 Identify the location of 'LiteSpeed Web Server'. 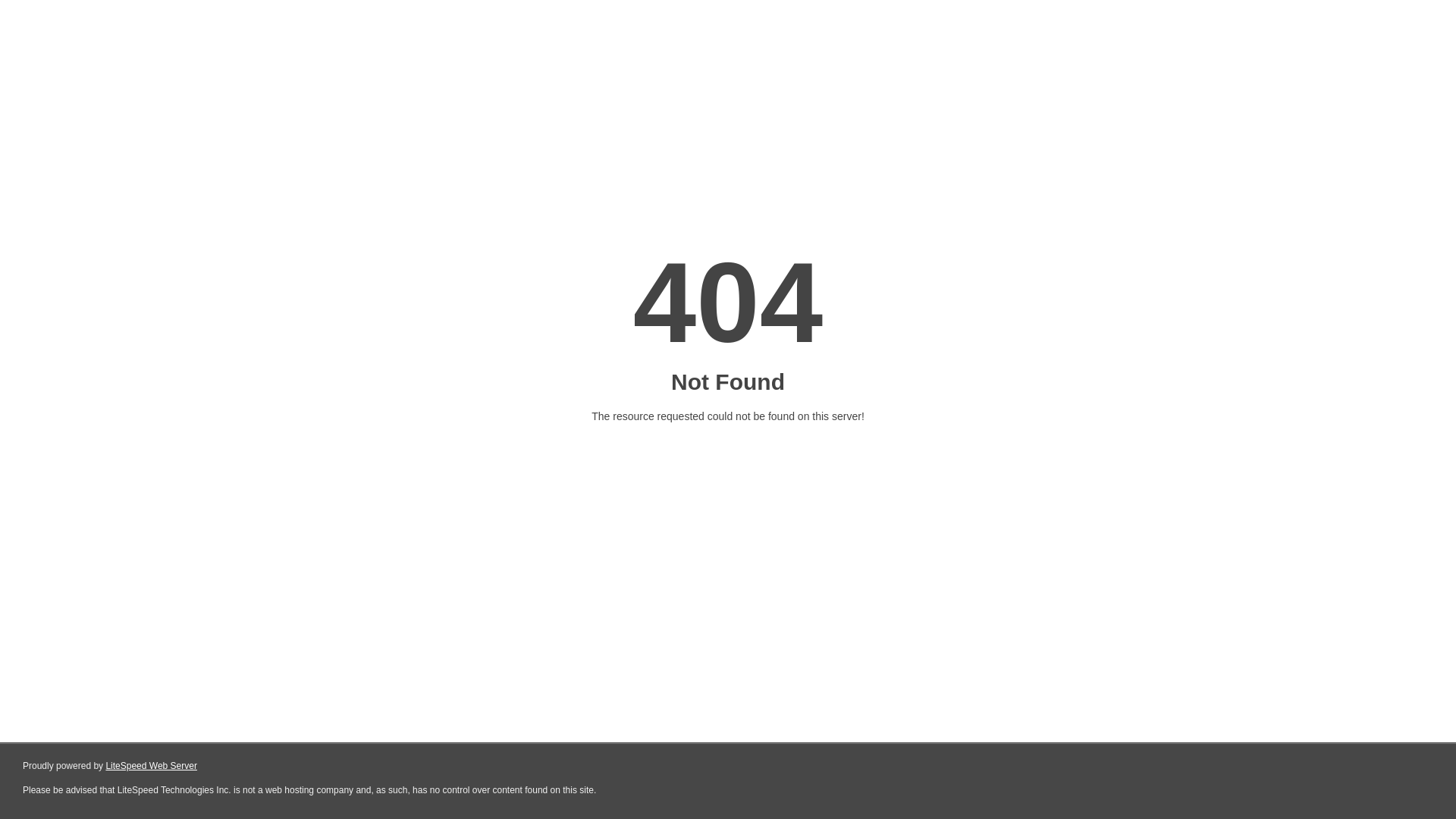
(151, 766).